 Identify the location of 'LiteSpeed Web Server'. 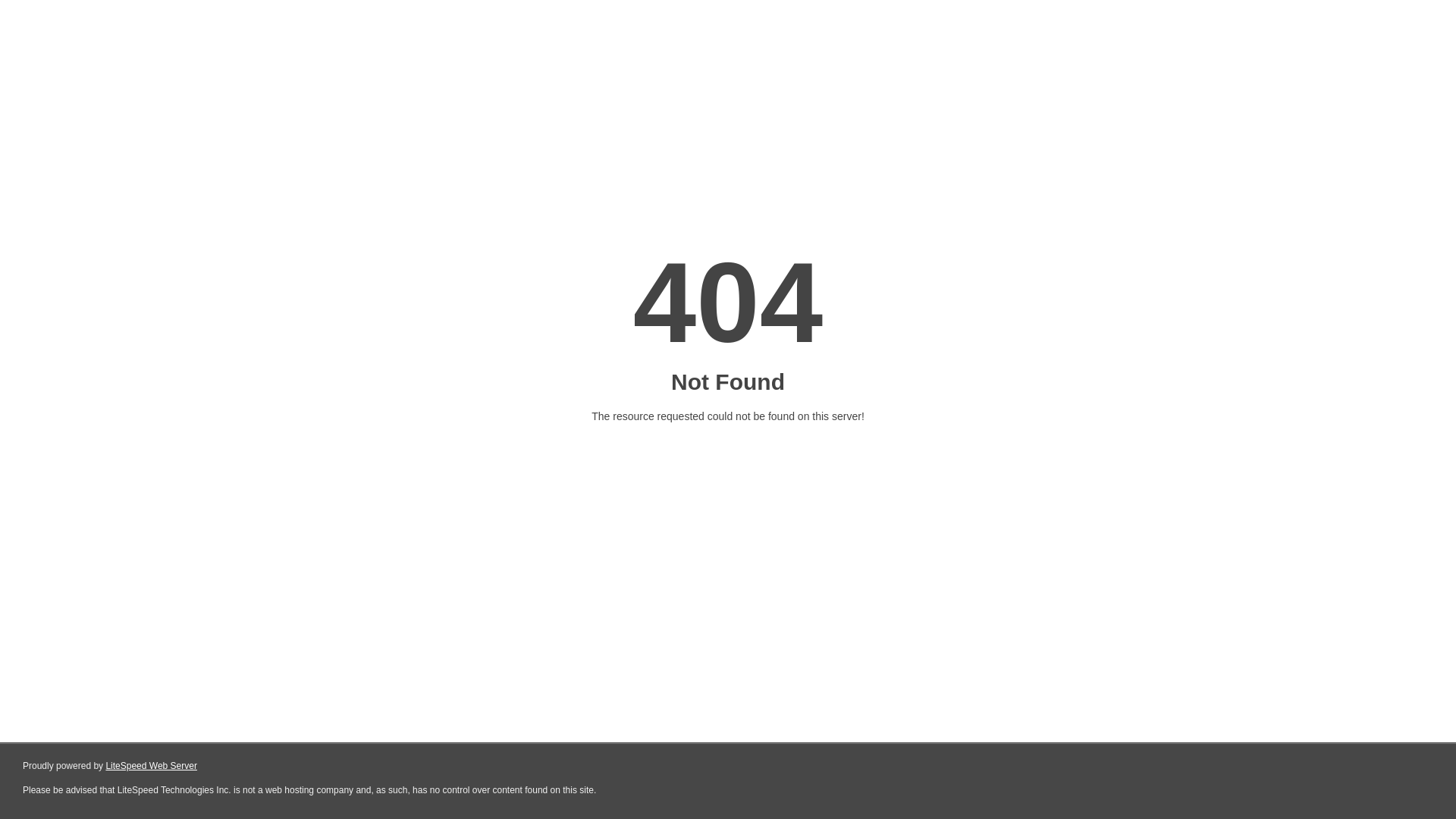
(151, 766).